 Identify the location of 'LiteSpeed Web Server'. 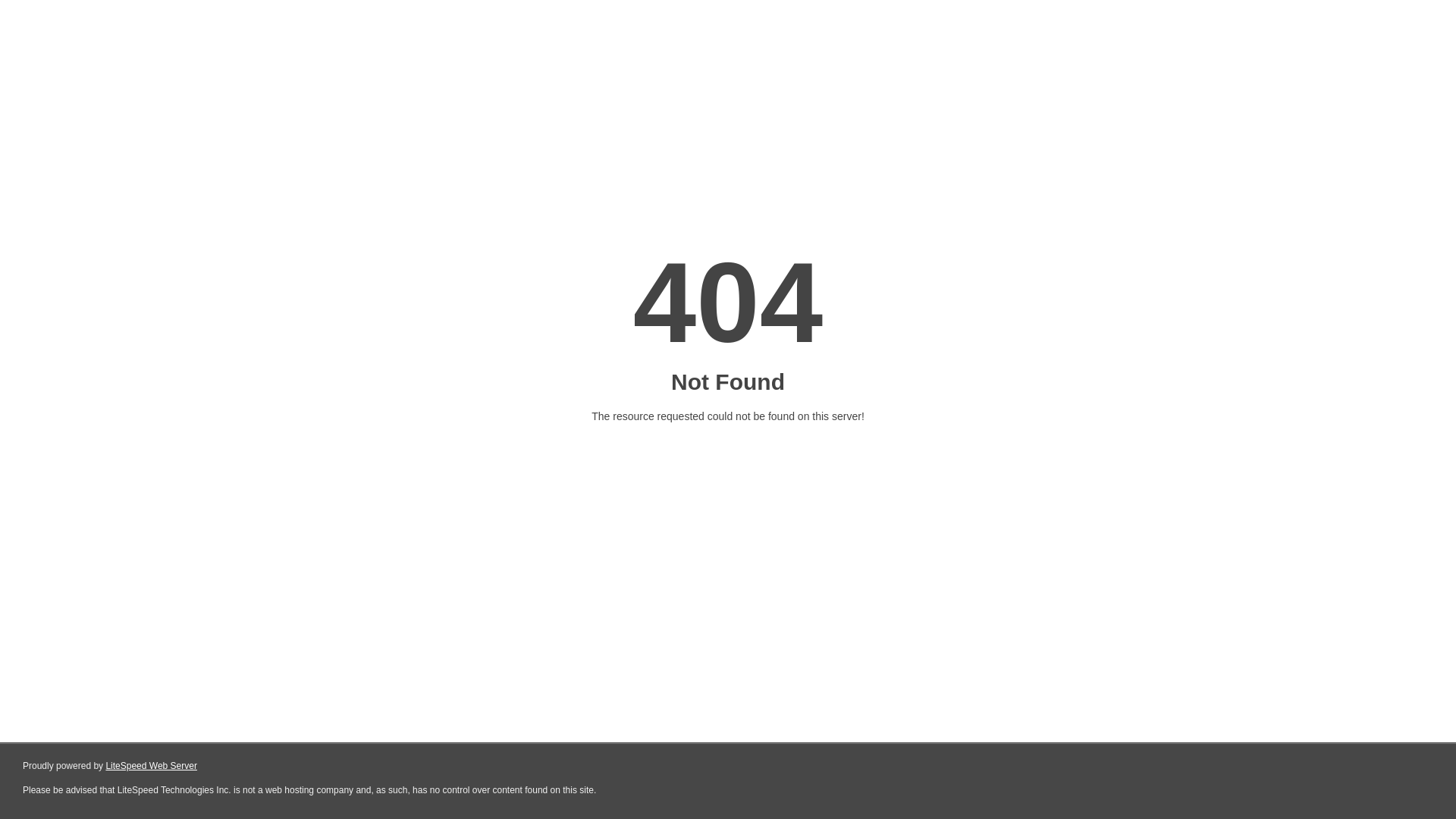
(151, 766).